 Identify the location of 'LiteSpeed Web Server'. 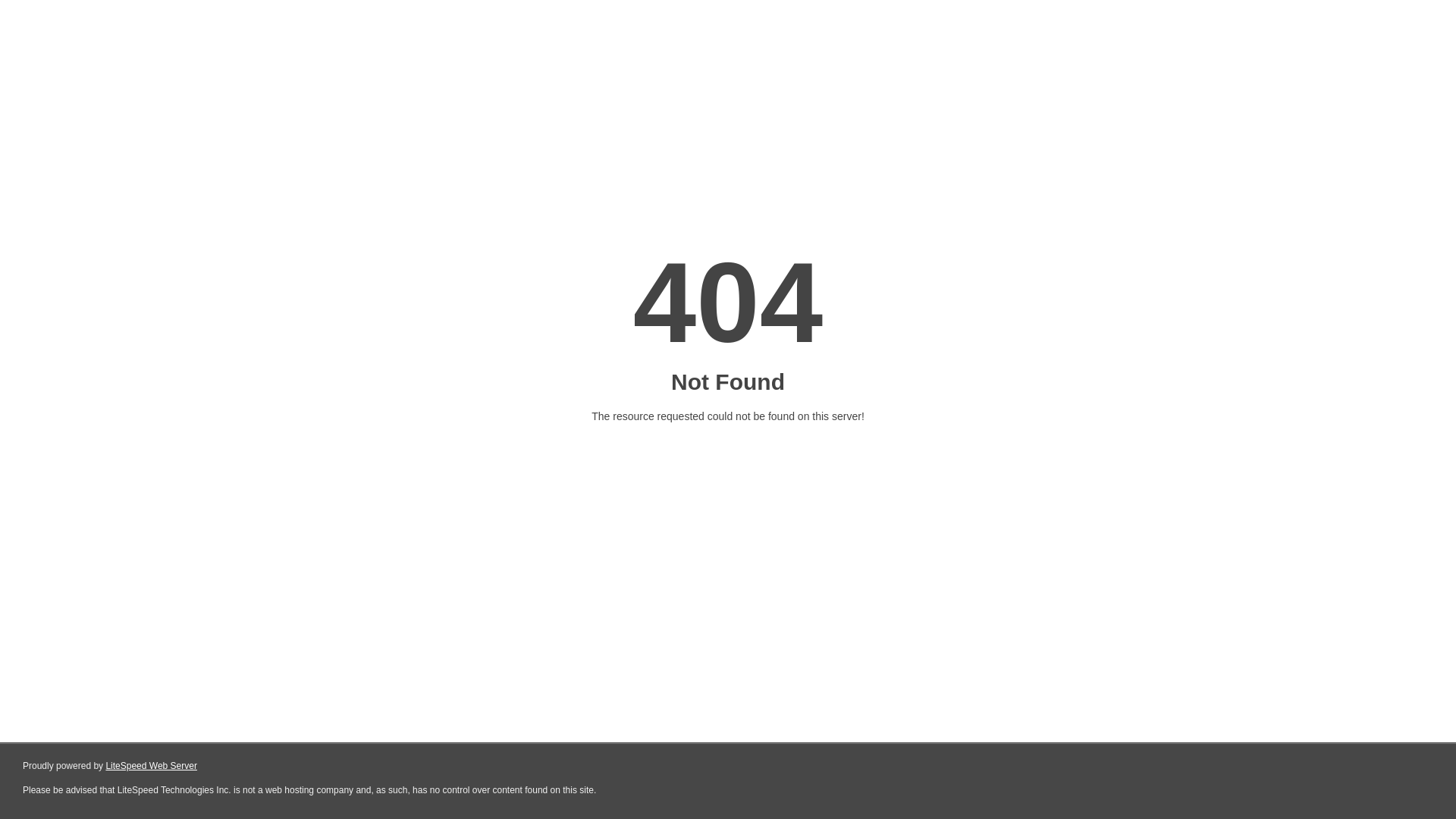
(151, 766).